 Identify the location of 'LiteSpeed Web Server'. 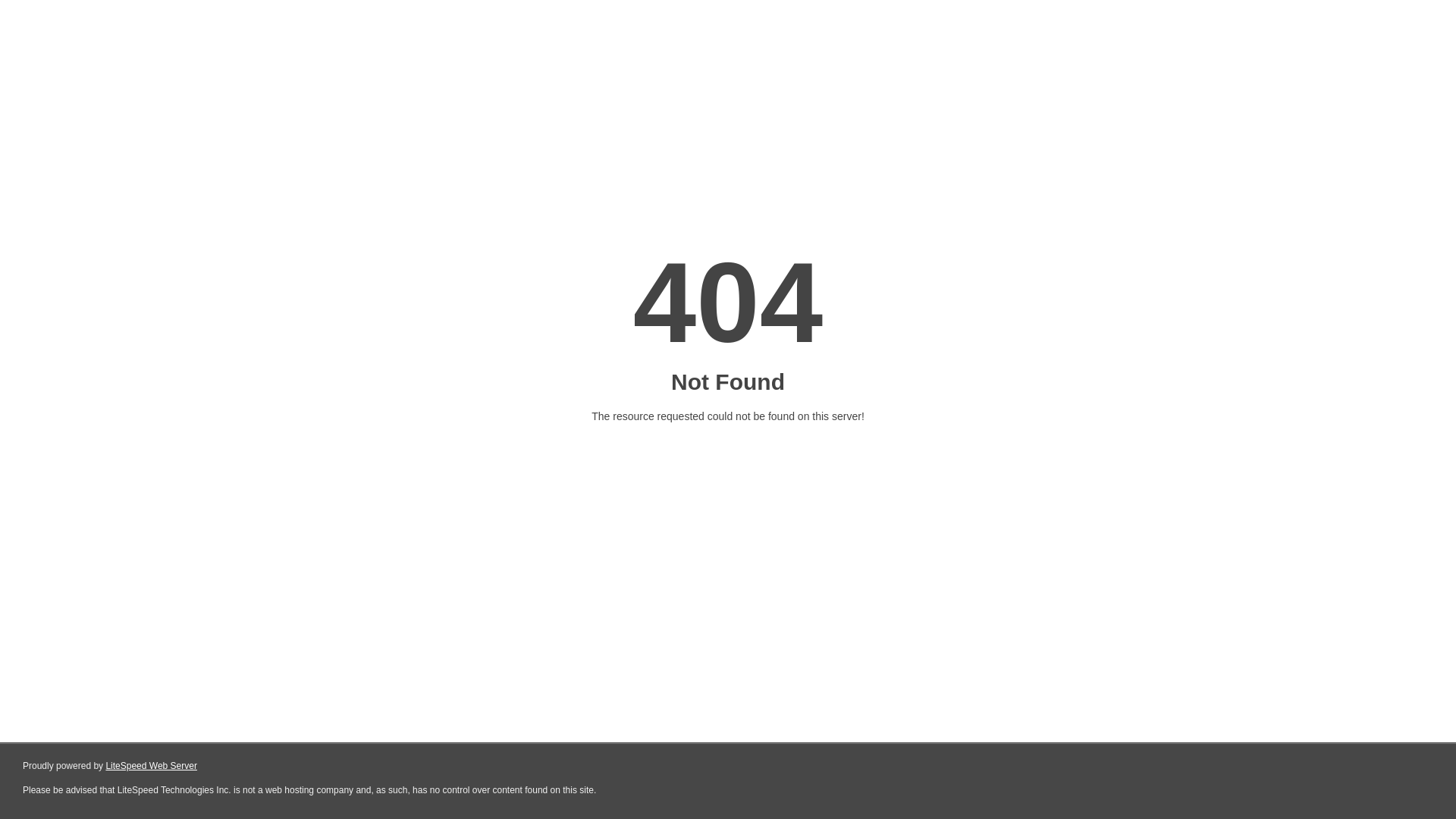
(151, 766).